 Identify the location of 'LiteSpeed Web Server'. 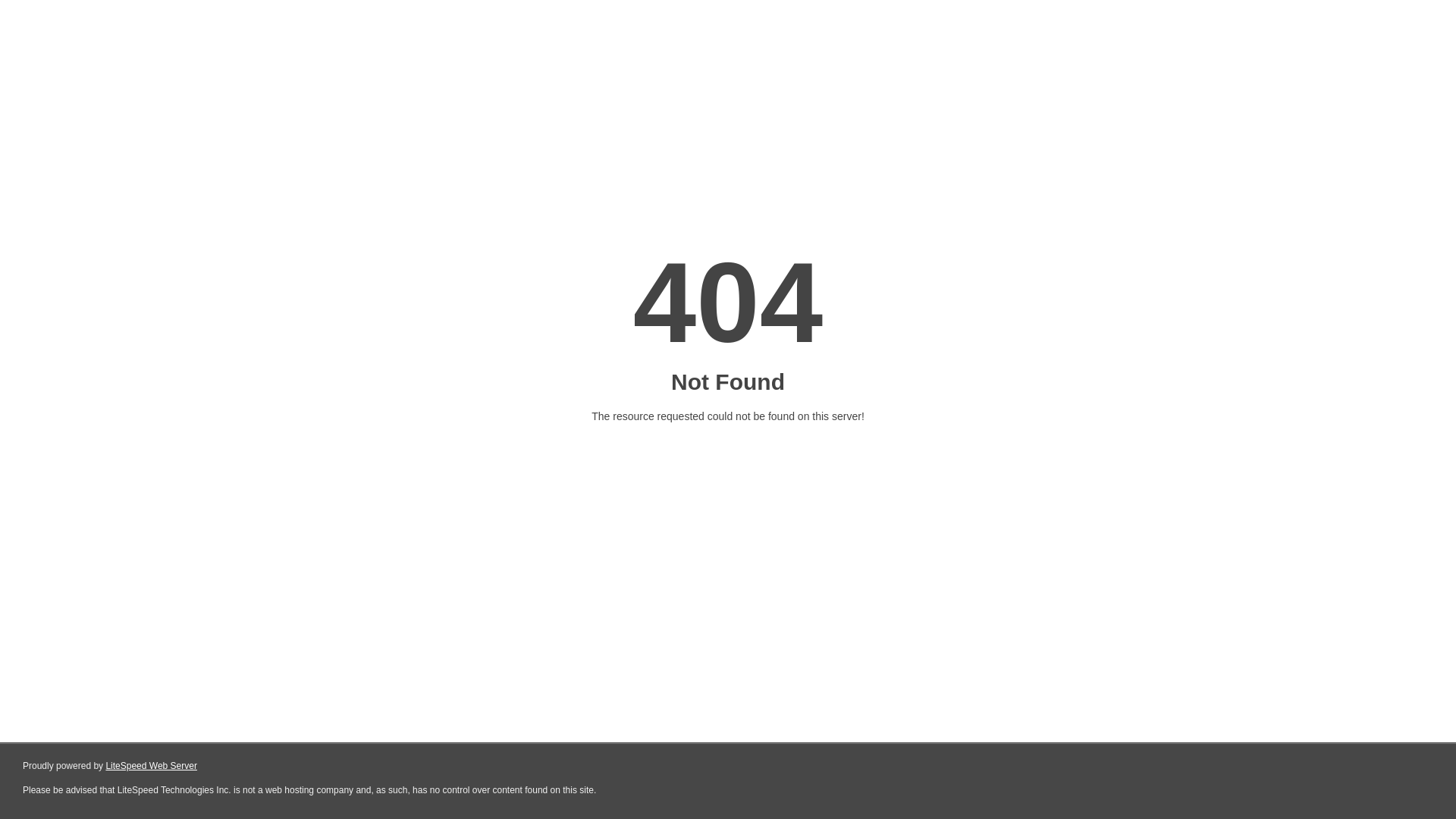
(151, 766).